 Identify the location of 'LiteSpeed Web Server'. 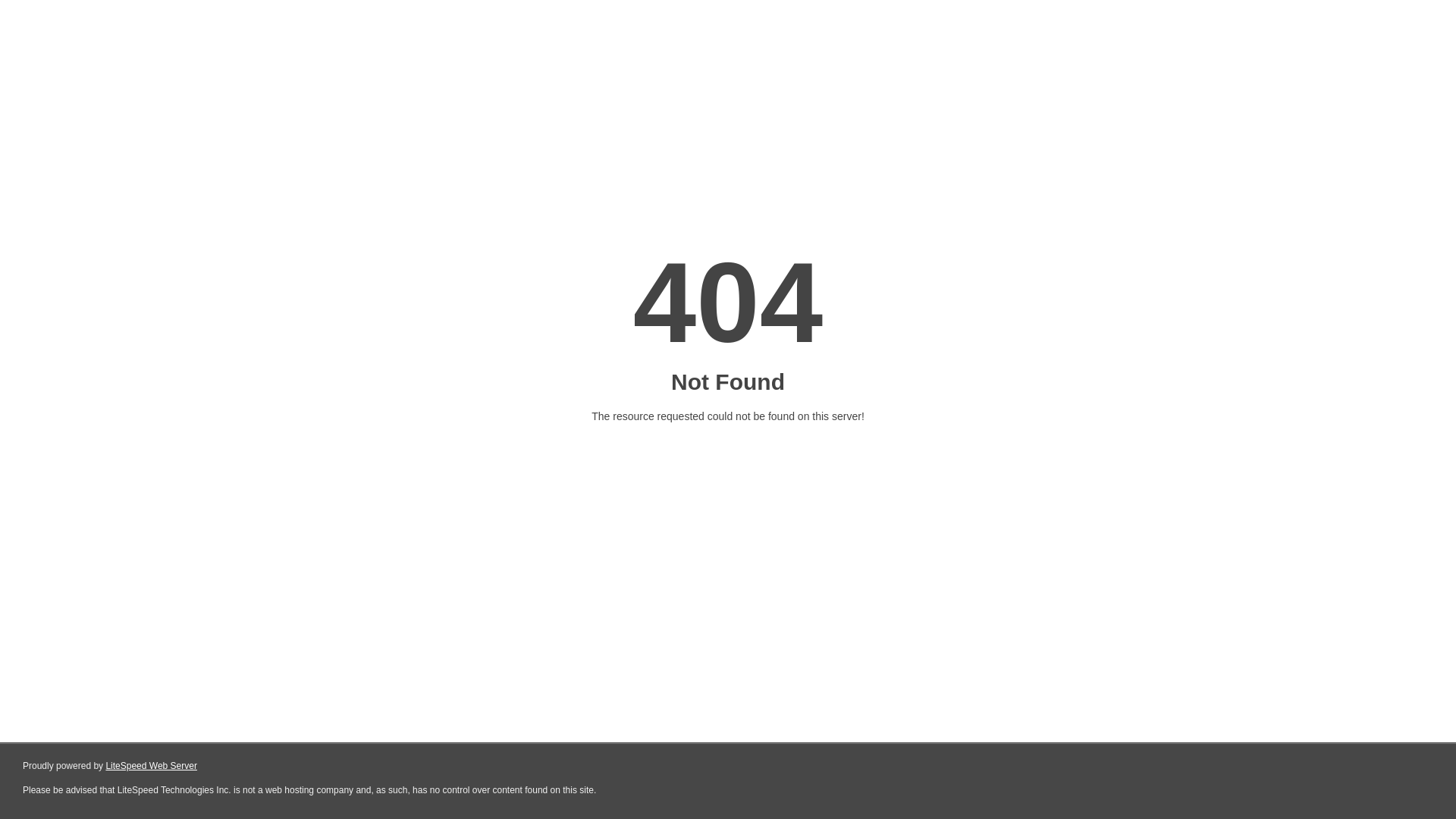
(151, 766).